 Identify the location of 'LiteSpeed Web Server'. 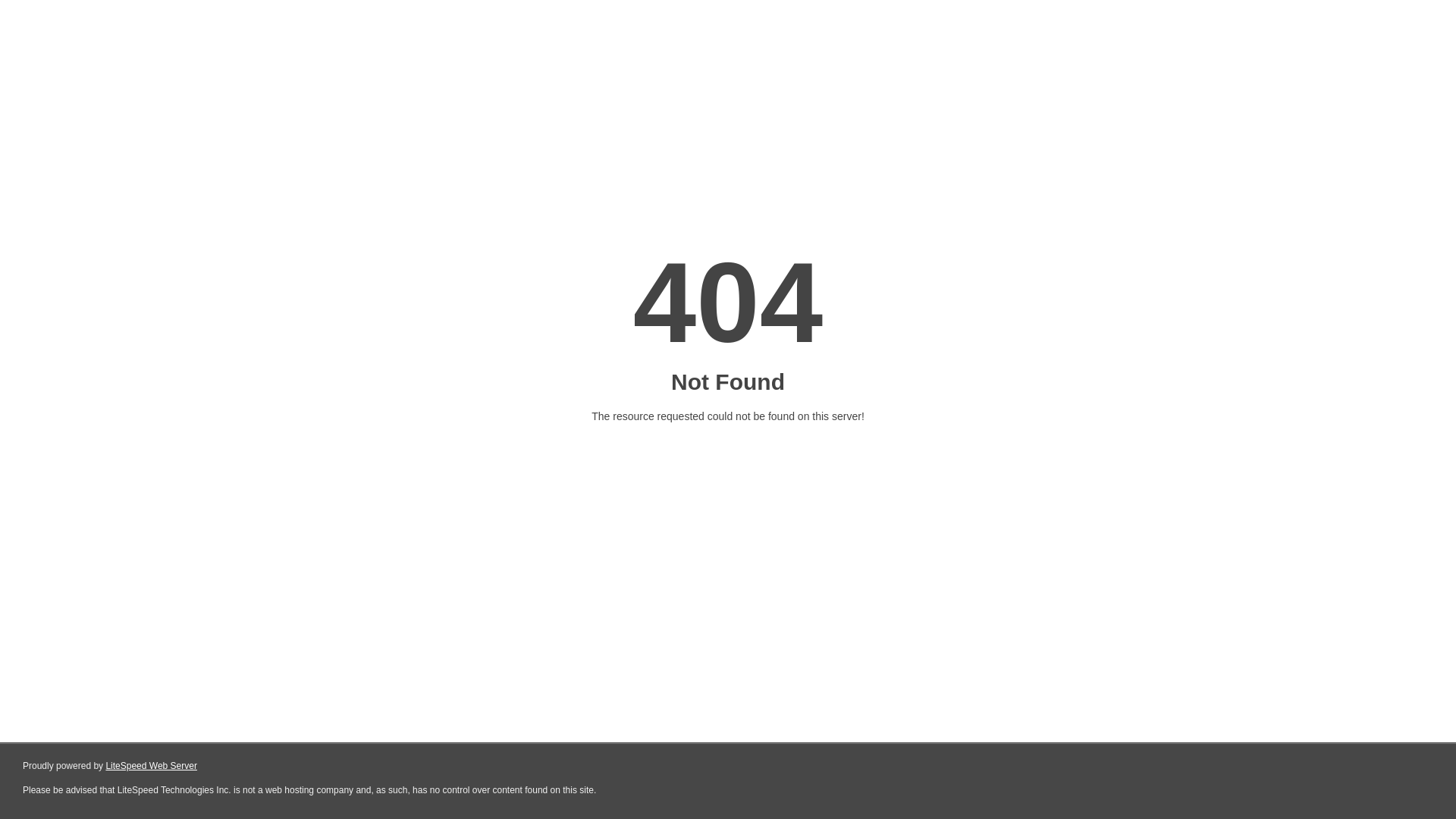
(151, 766).